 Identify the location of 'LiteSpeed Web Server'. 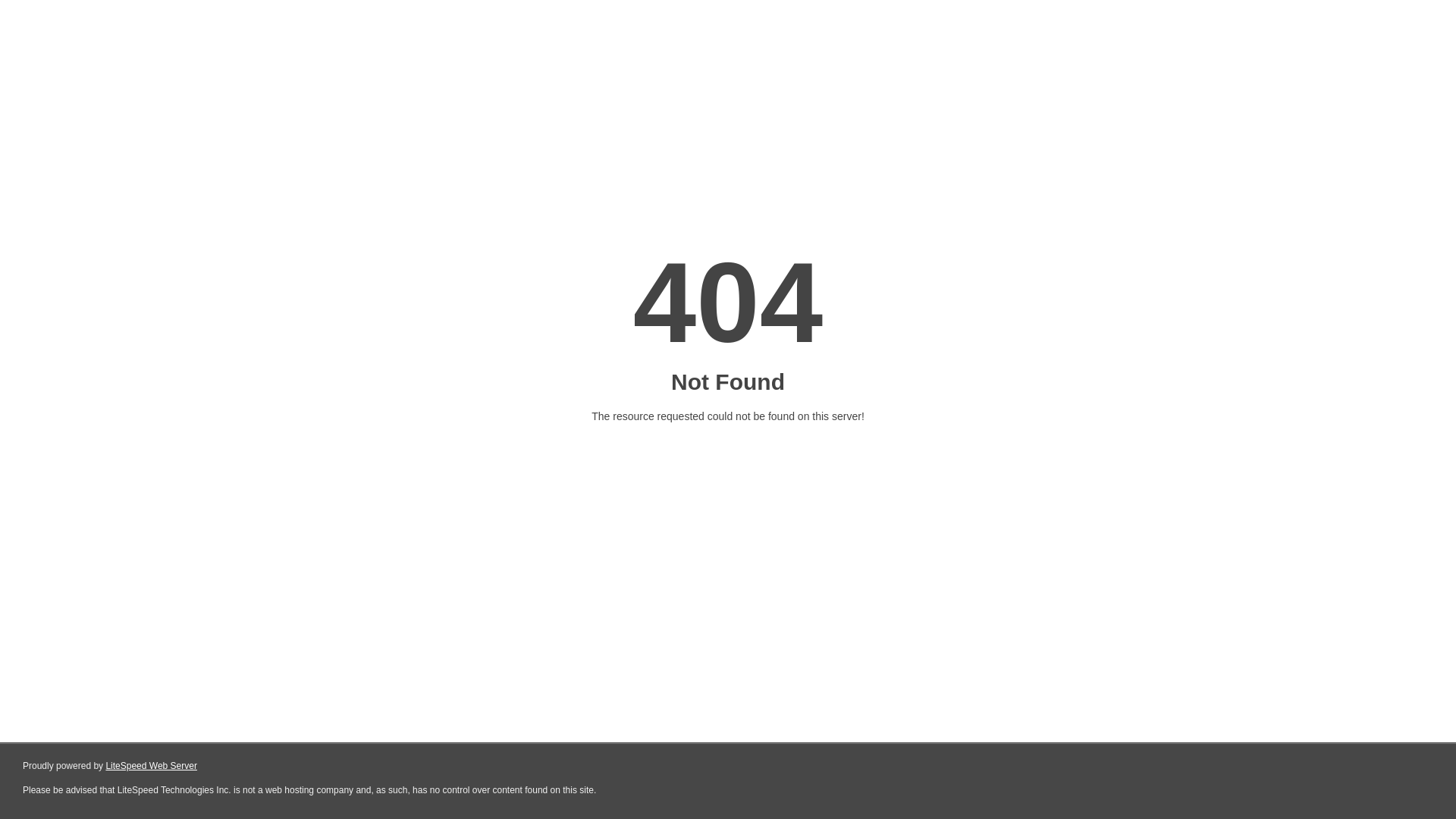
(151, 766).